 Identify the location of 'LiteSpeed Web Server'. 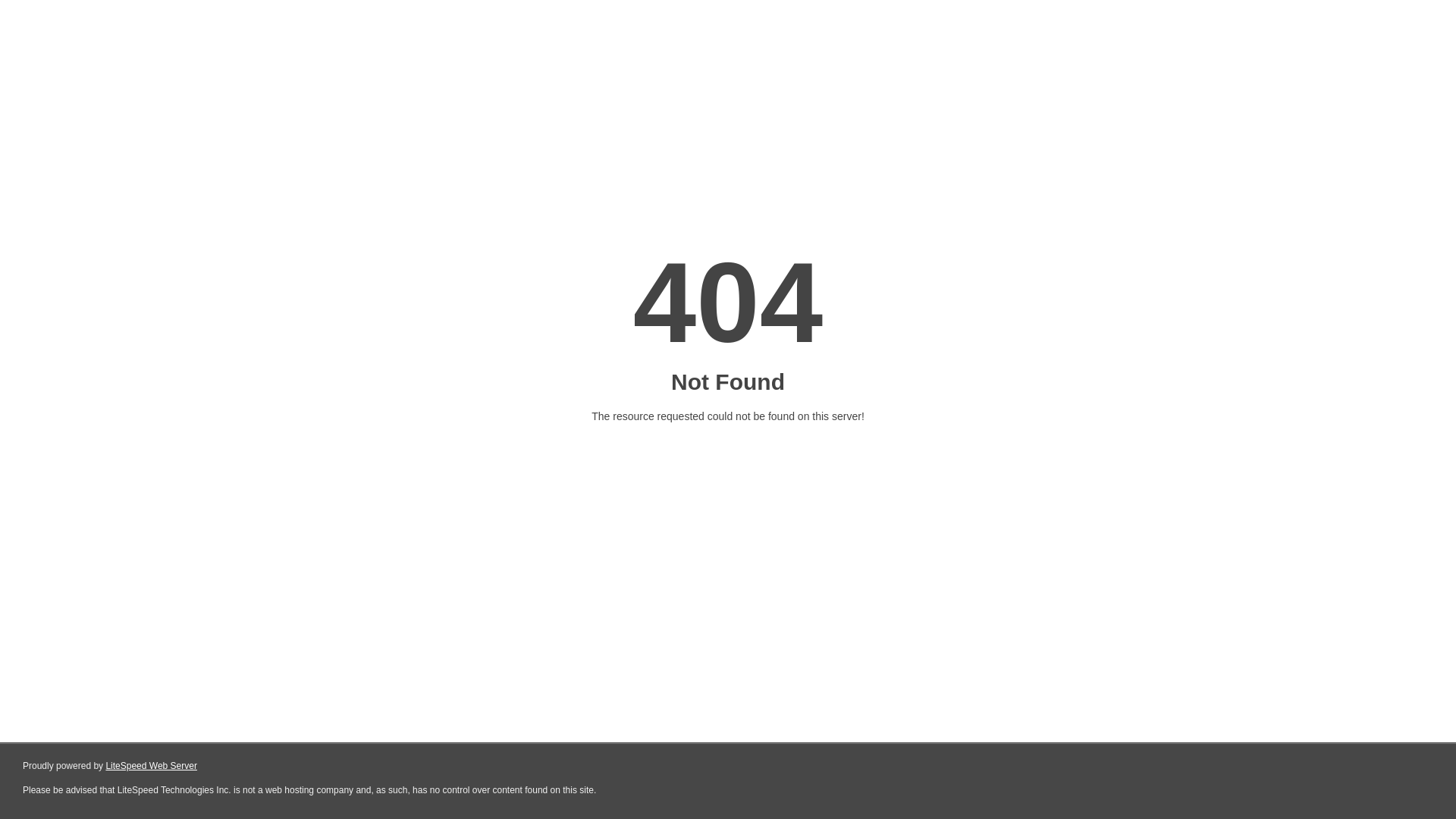
(151, 766).